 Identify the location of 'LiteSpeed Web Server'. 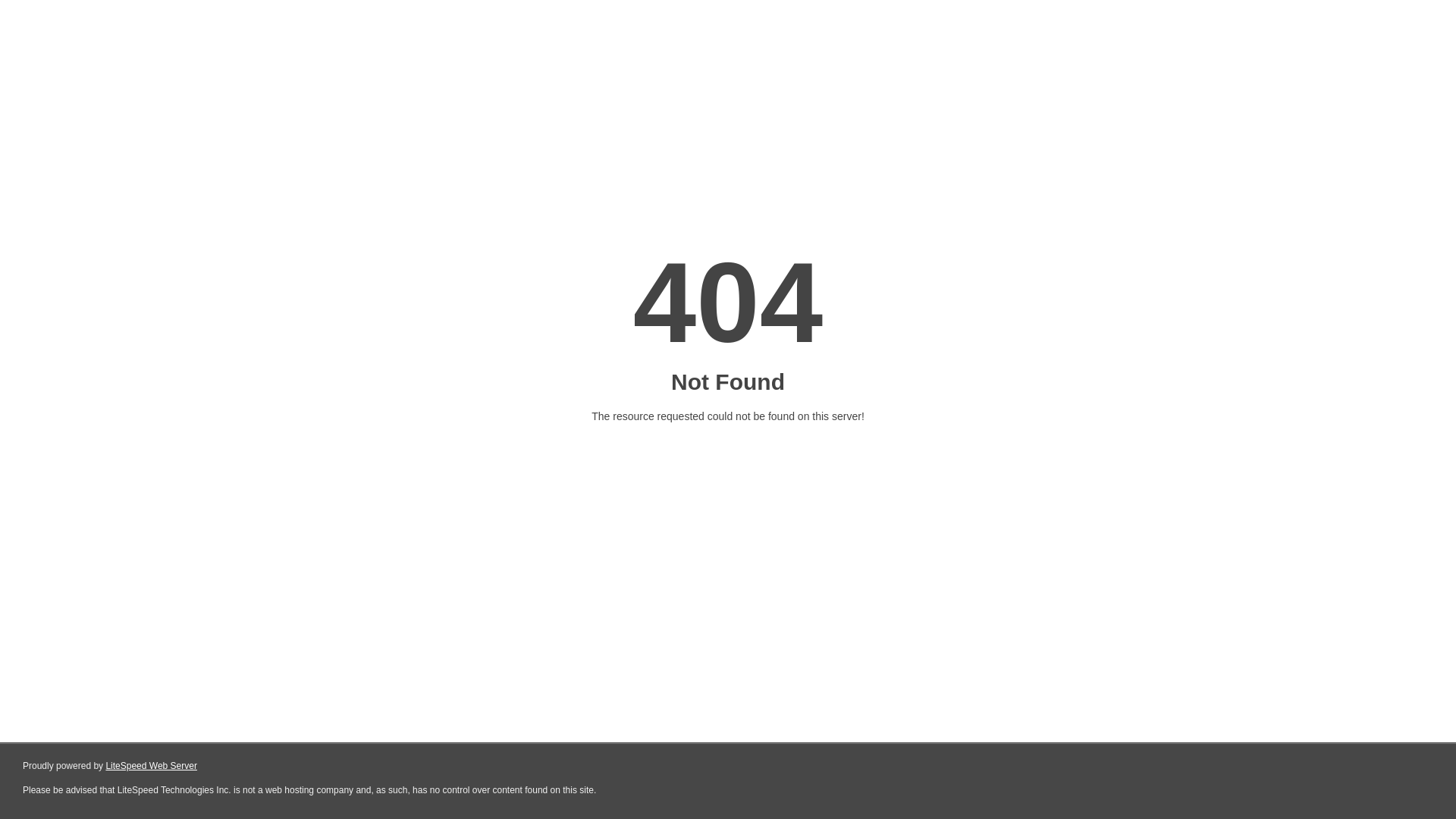
(151, 766).